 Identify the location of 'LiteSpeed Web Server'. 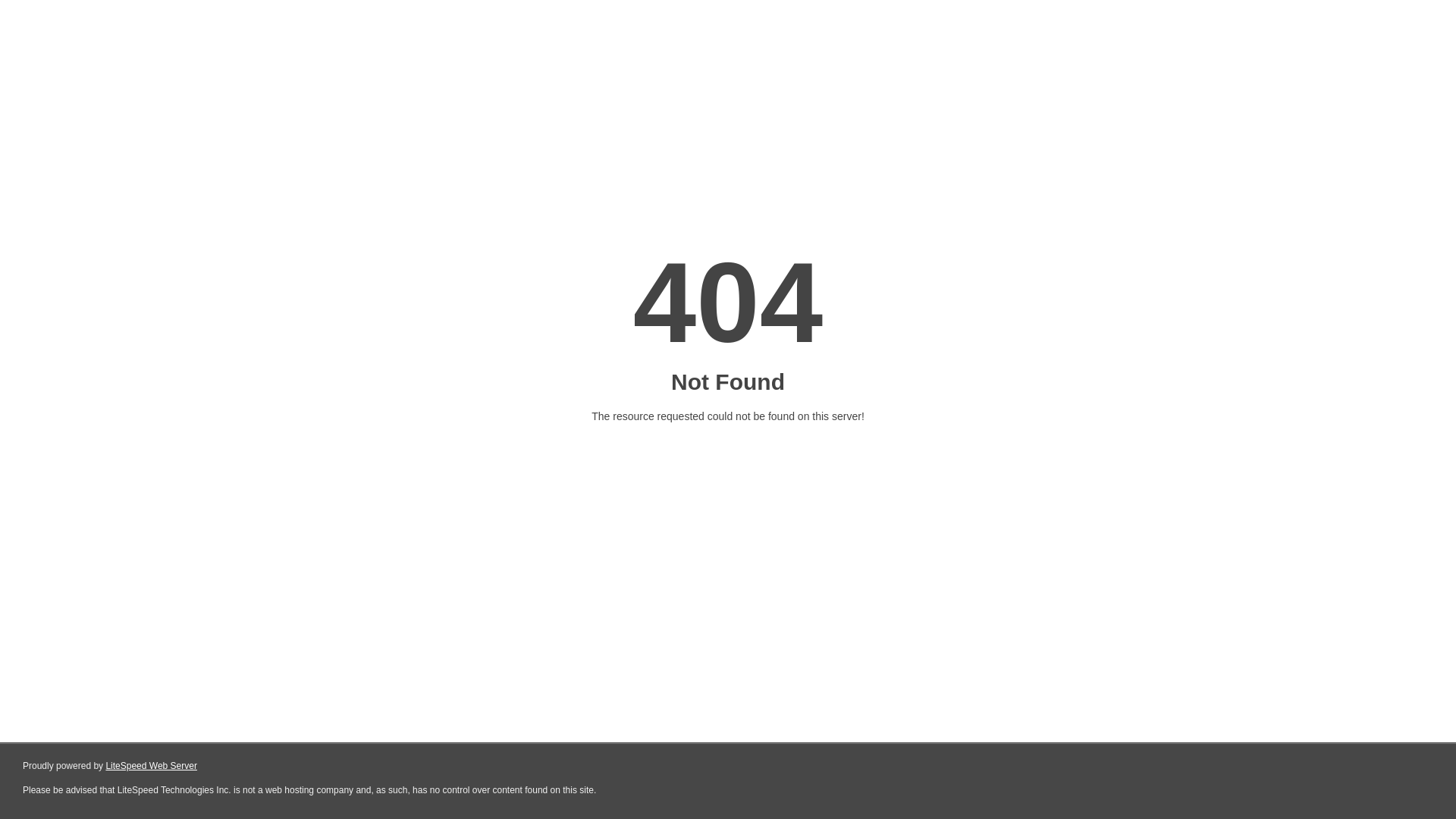
(151, 766).